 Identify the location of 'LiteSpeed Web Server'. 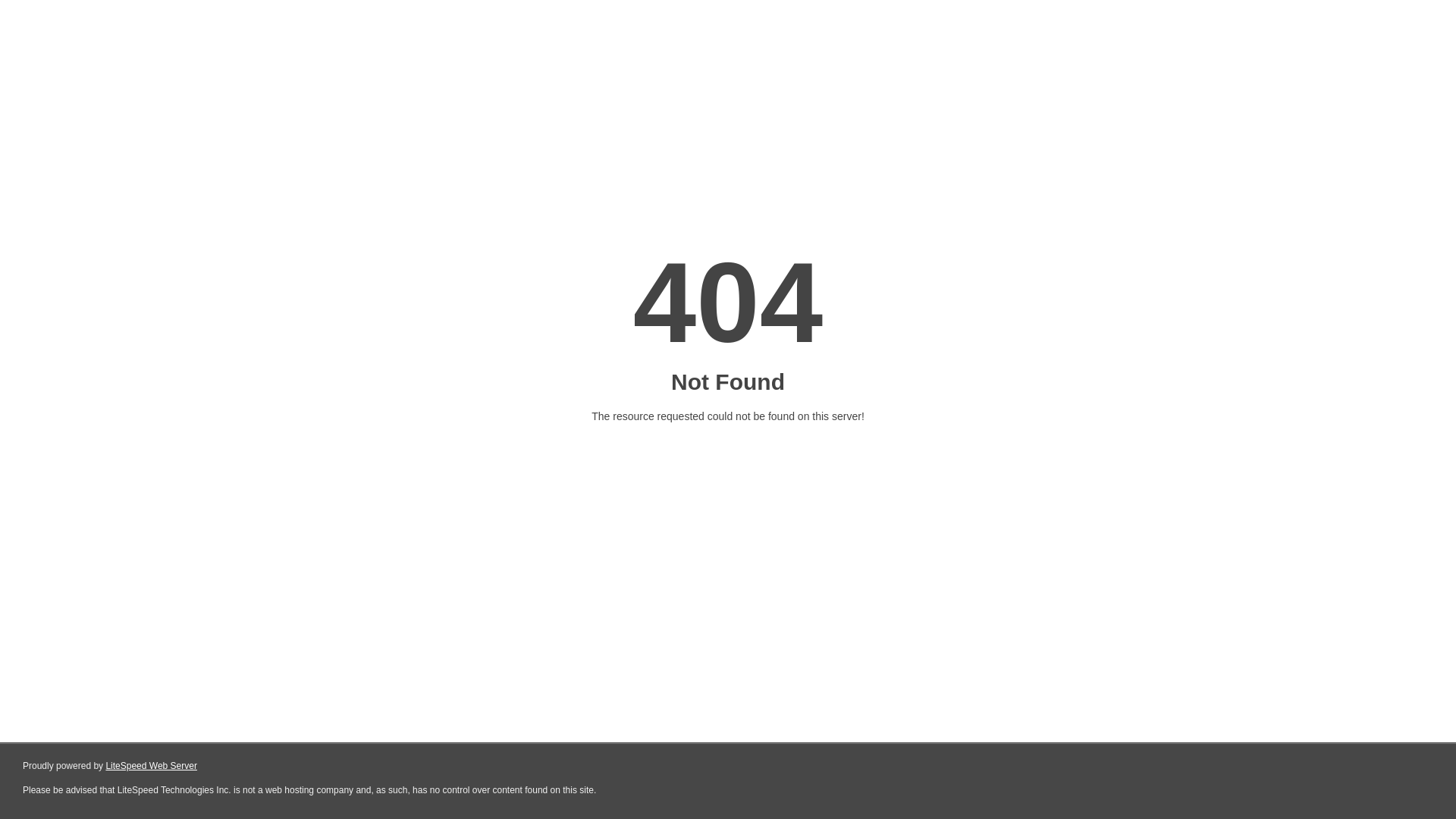
(151, 766).